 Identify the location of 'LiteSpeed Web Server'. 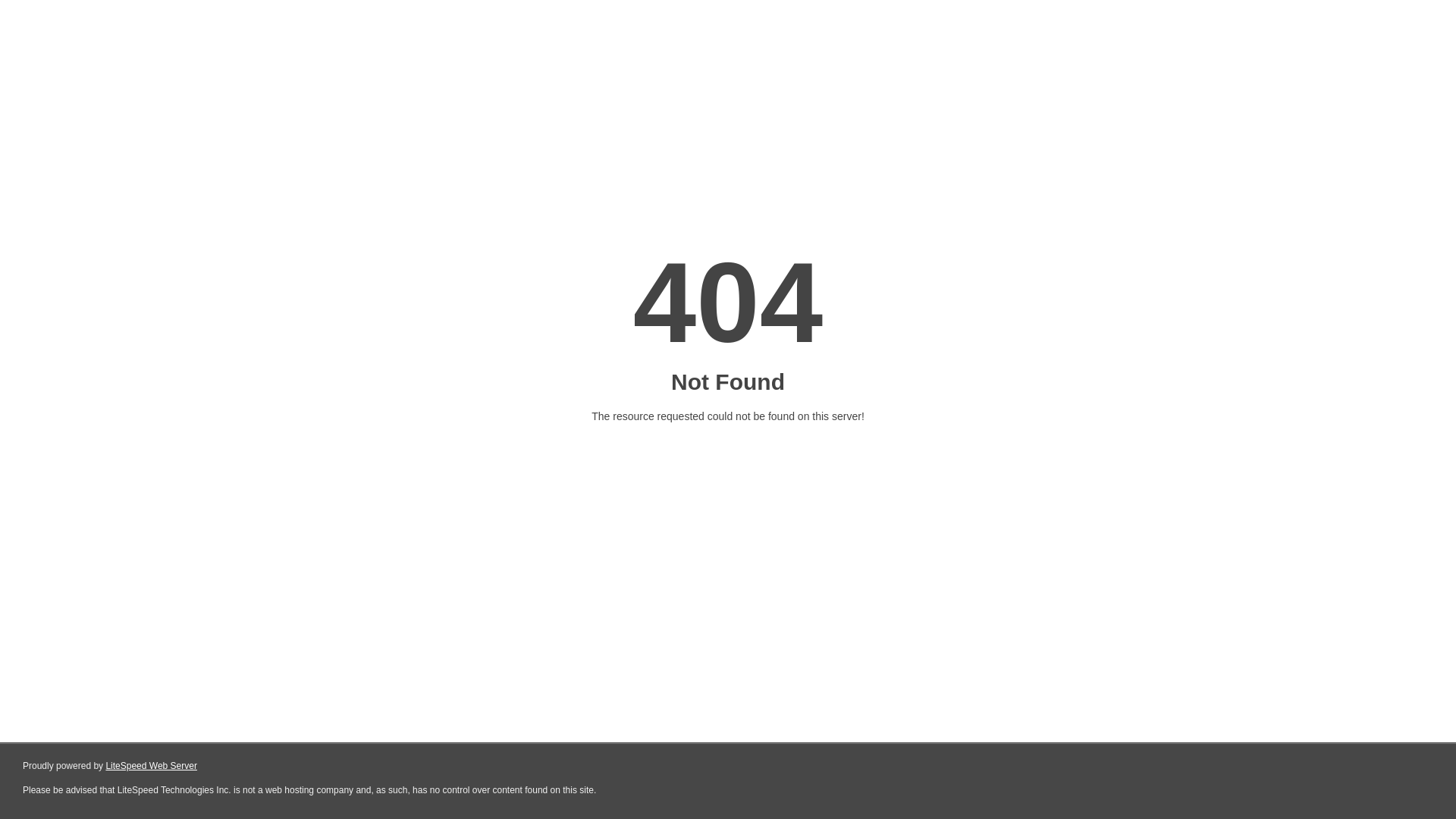
(151, 766).